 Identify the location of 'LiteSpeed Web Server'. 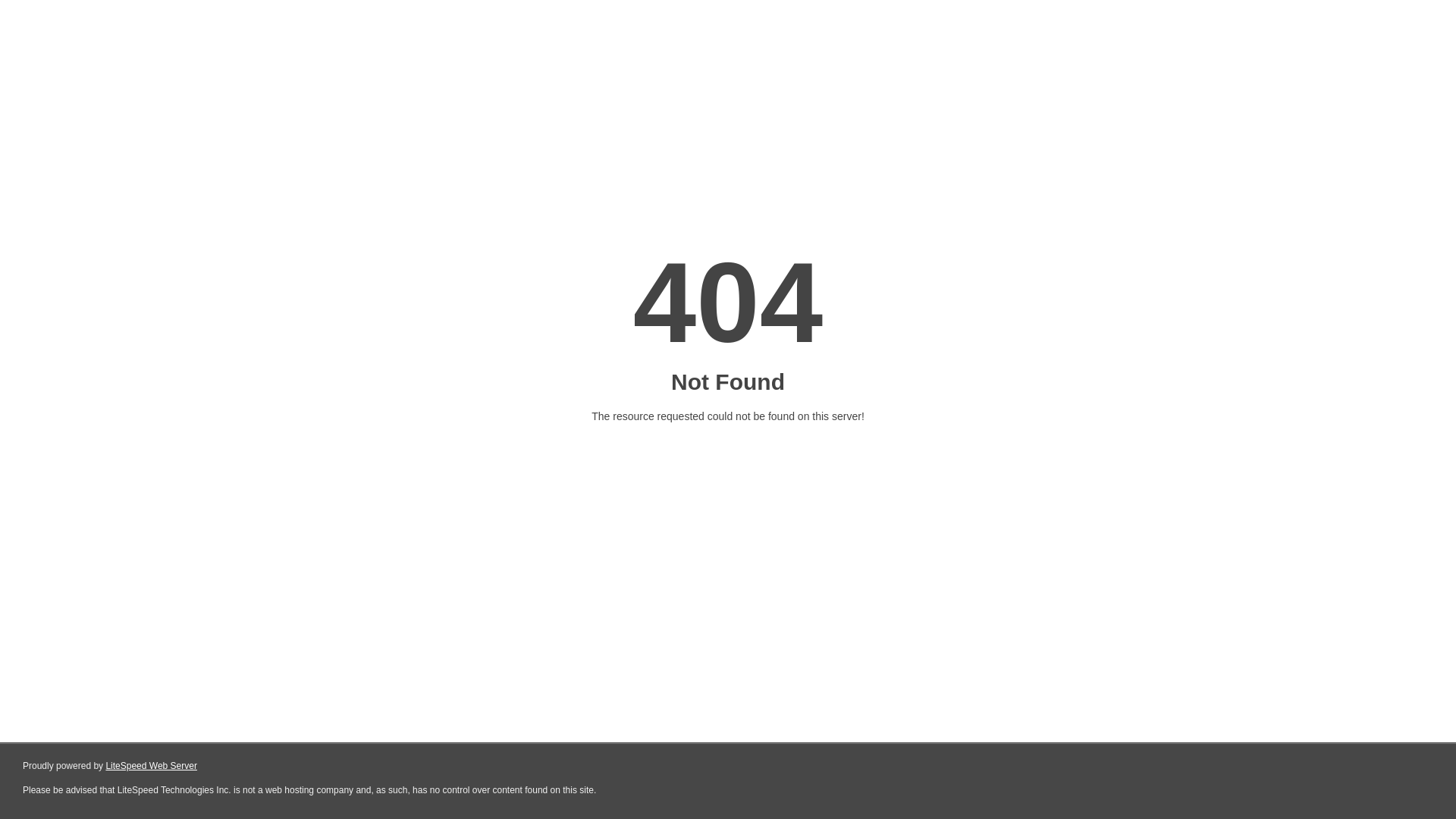
(151, 766).